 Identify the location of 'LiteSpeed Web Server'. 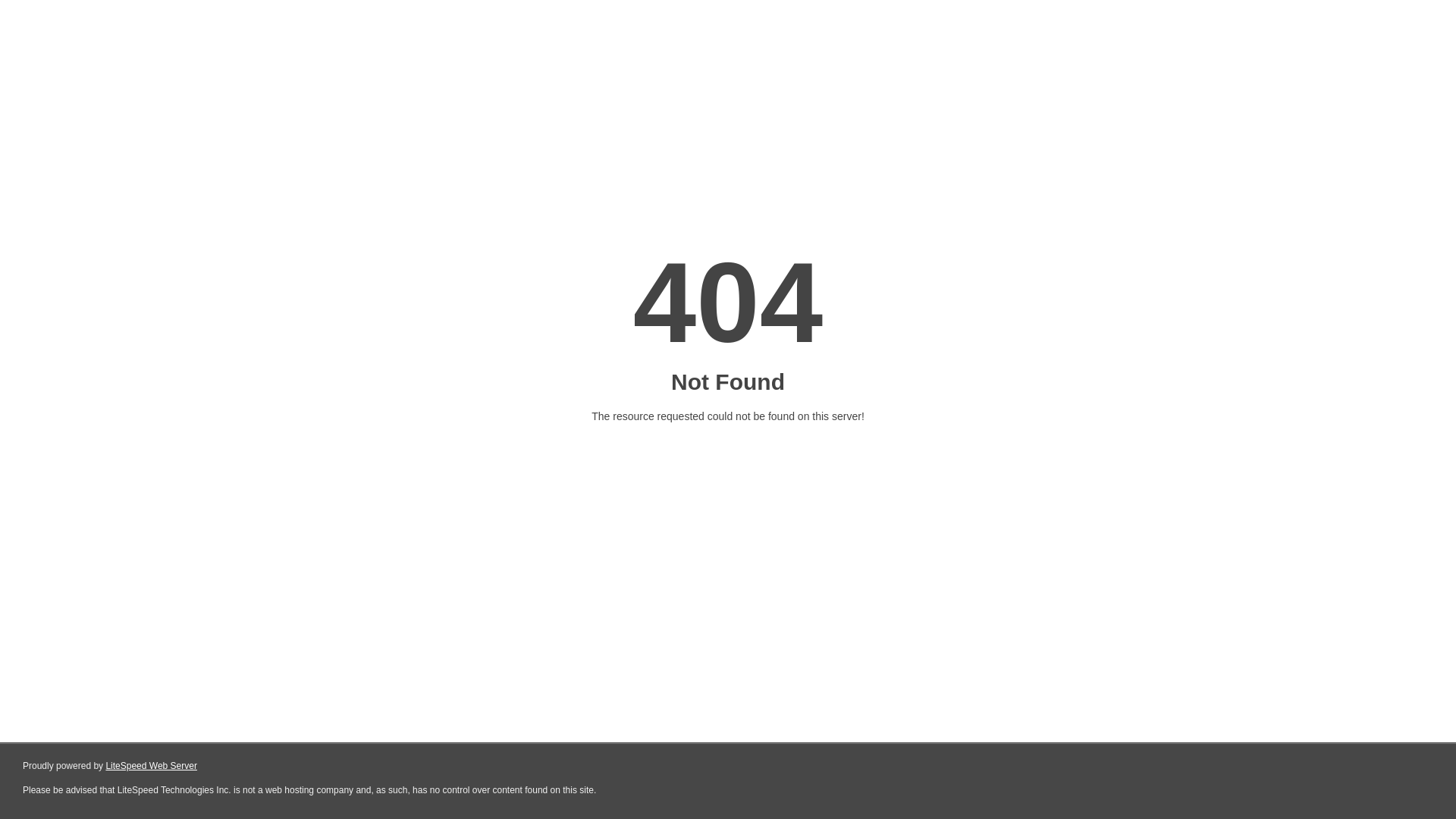
(151, 766).